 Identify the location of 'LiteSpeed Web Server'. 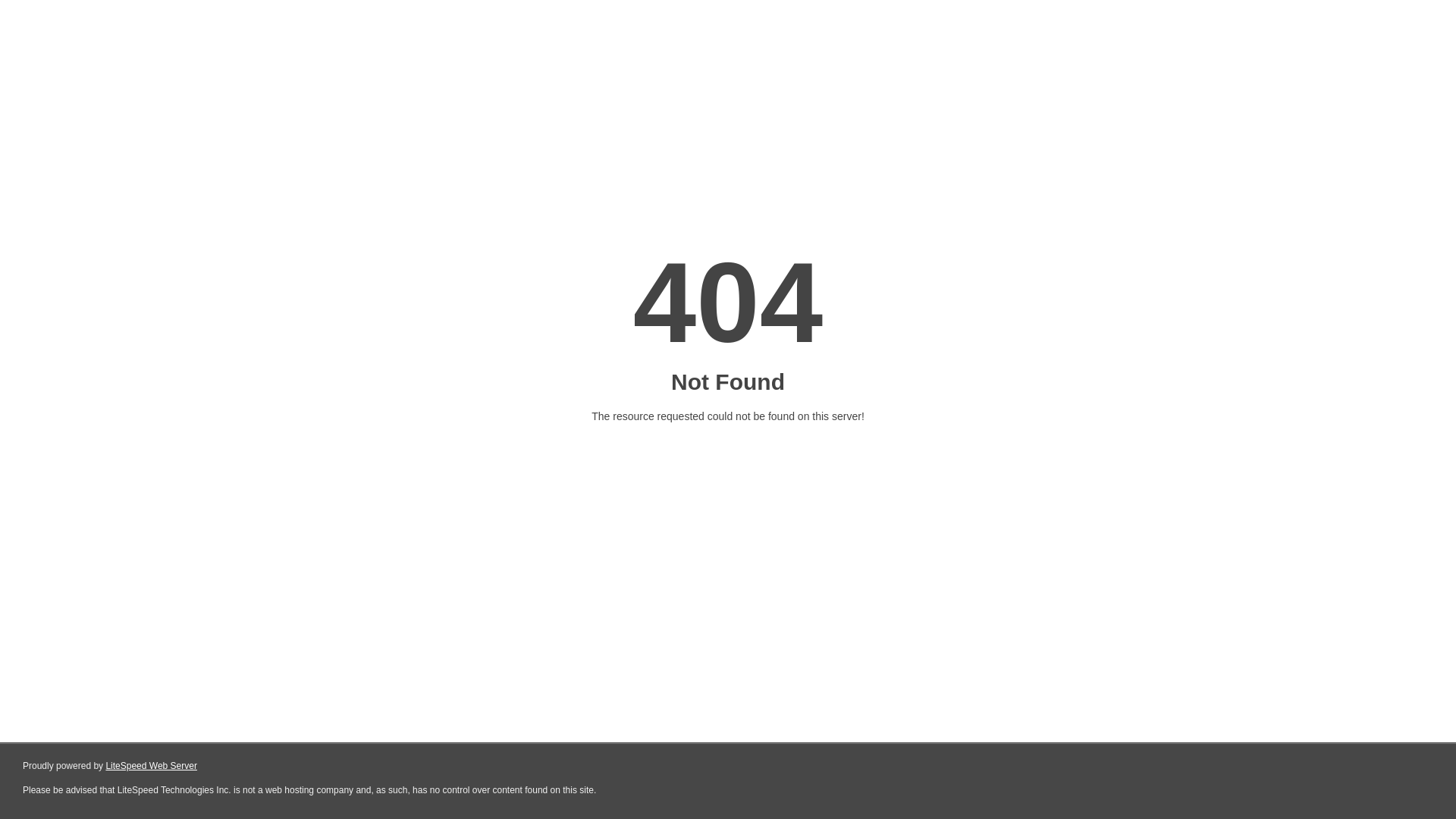
(151, 766).